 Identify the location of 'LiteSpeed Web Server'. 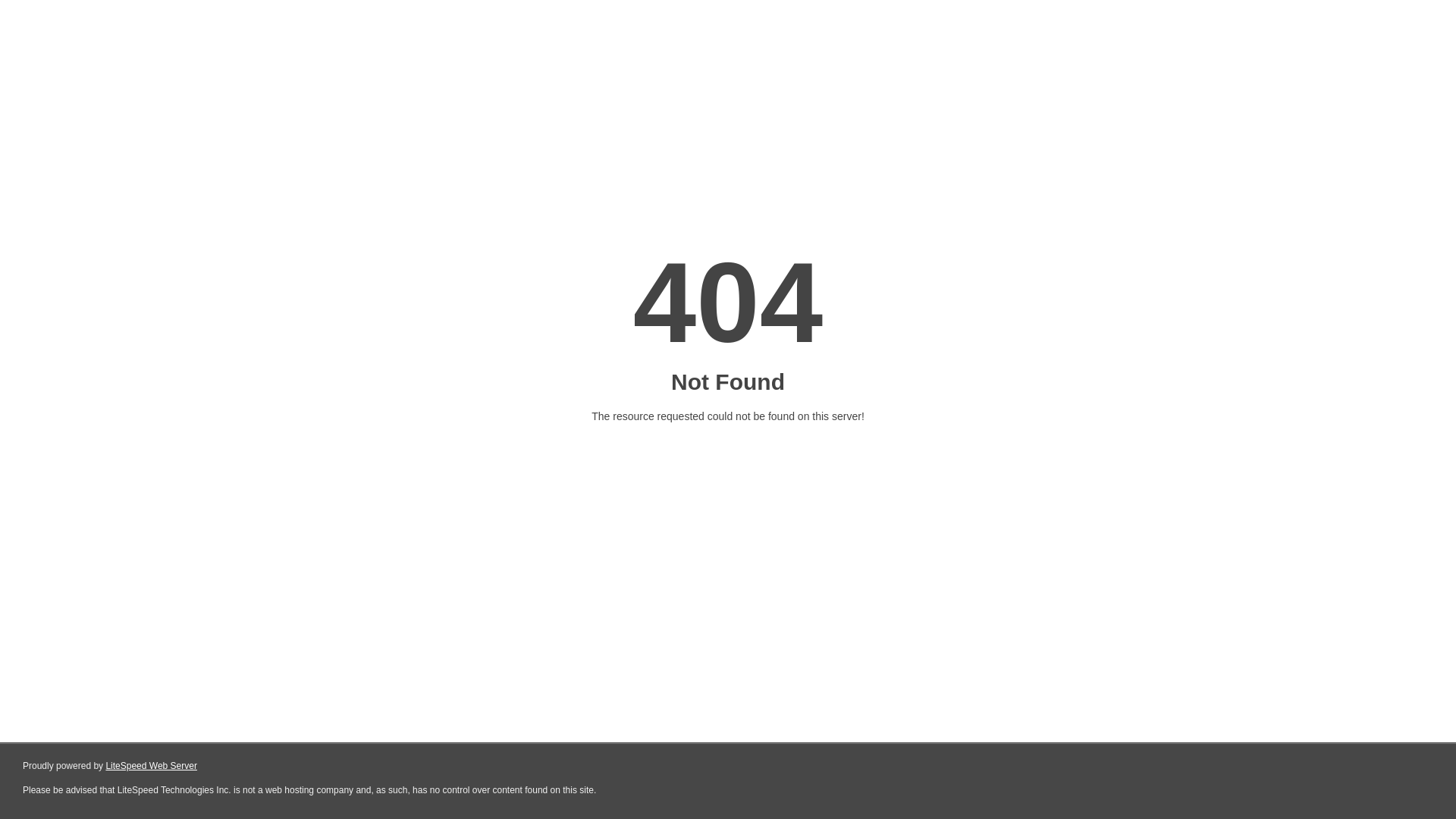
(151, 766).